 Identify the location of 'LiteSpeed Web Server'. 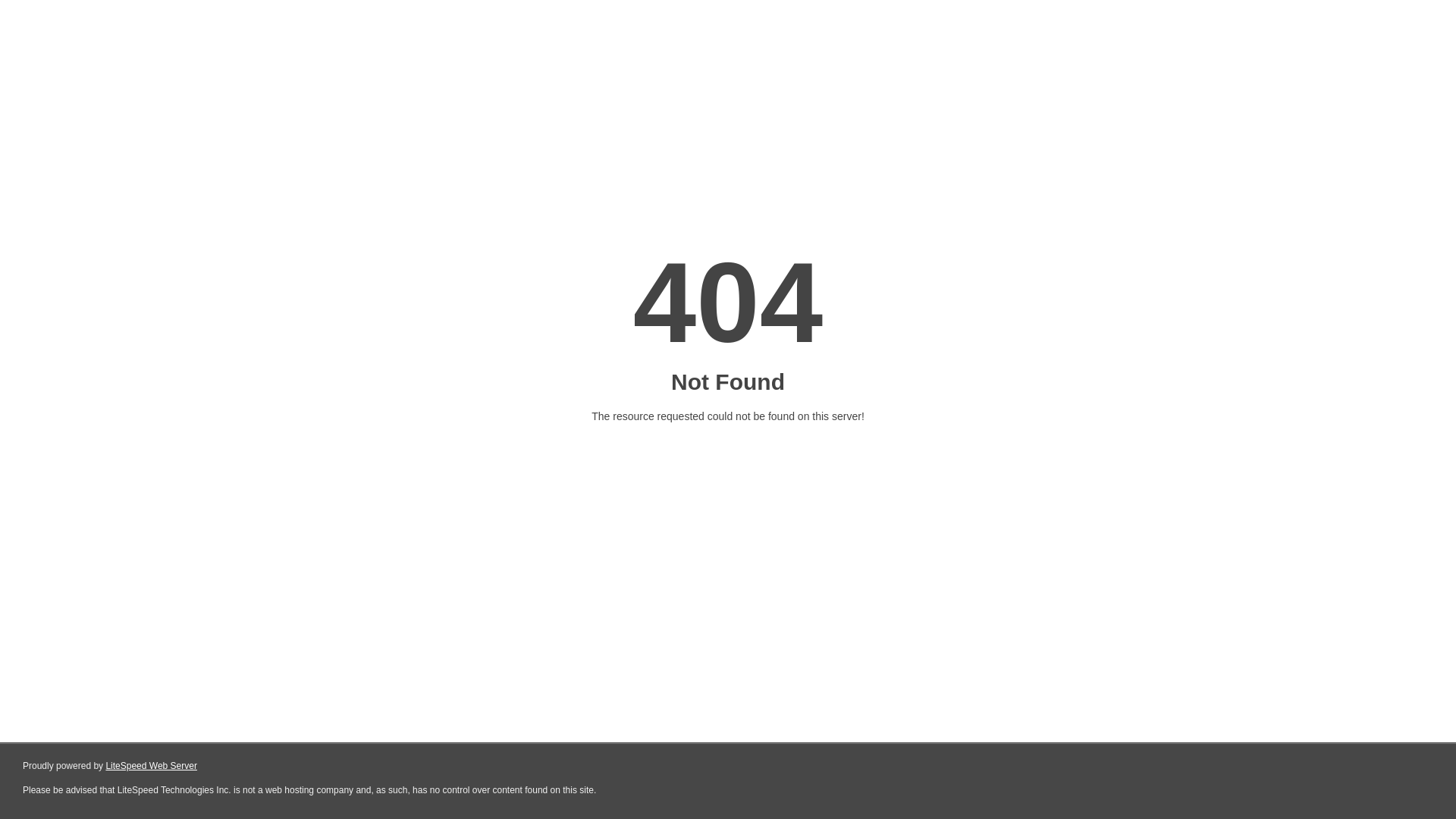
(151, 766).